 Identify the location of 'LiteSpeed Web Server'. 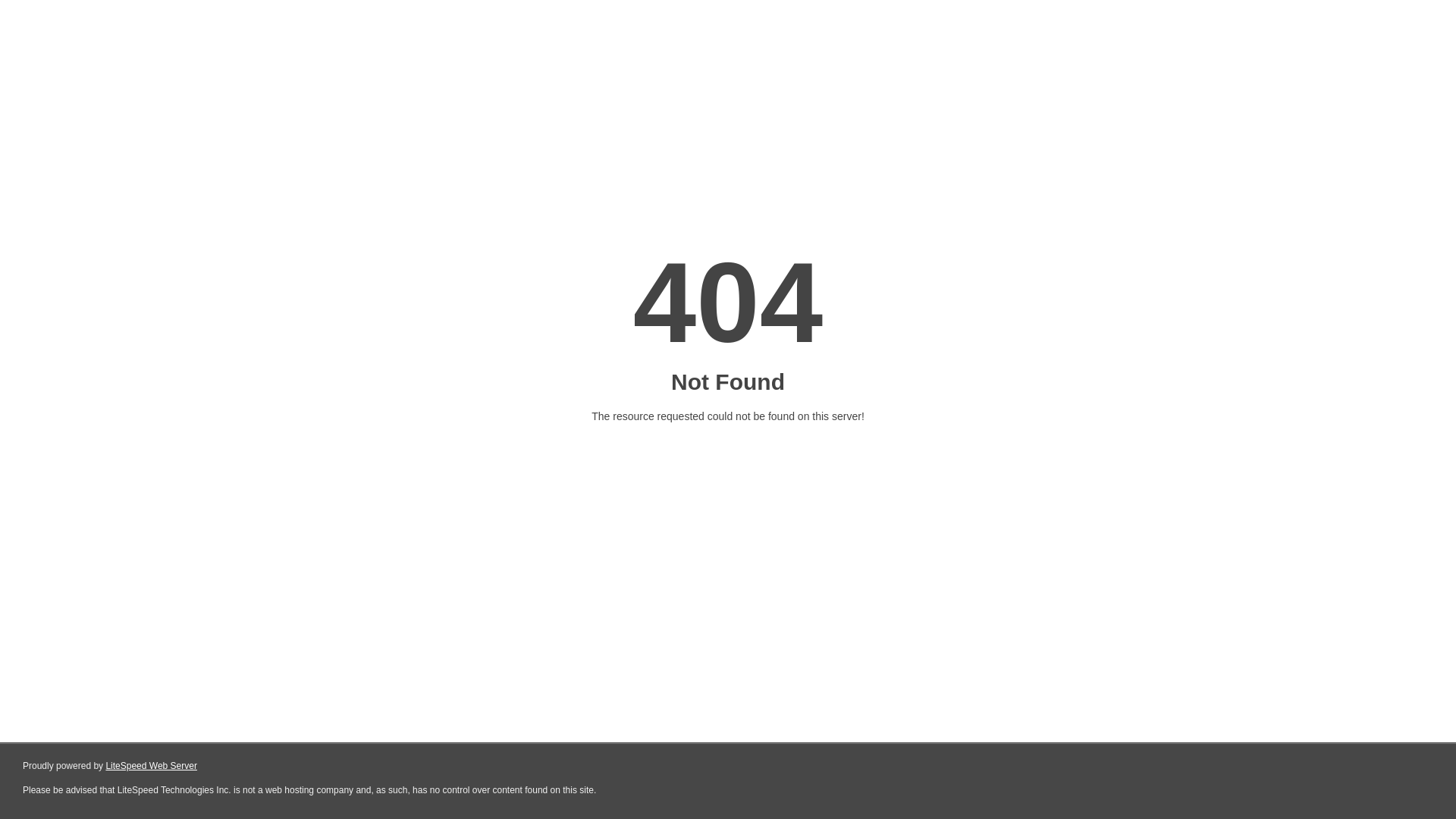
(151, 766).